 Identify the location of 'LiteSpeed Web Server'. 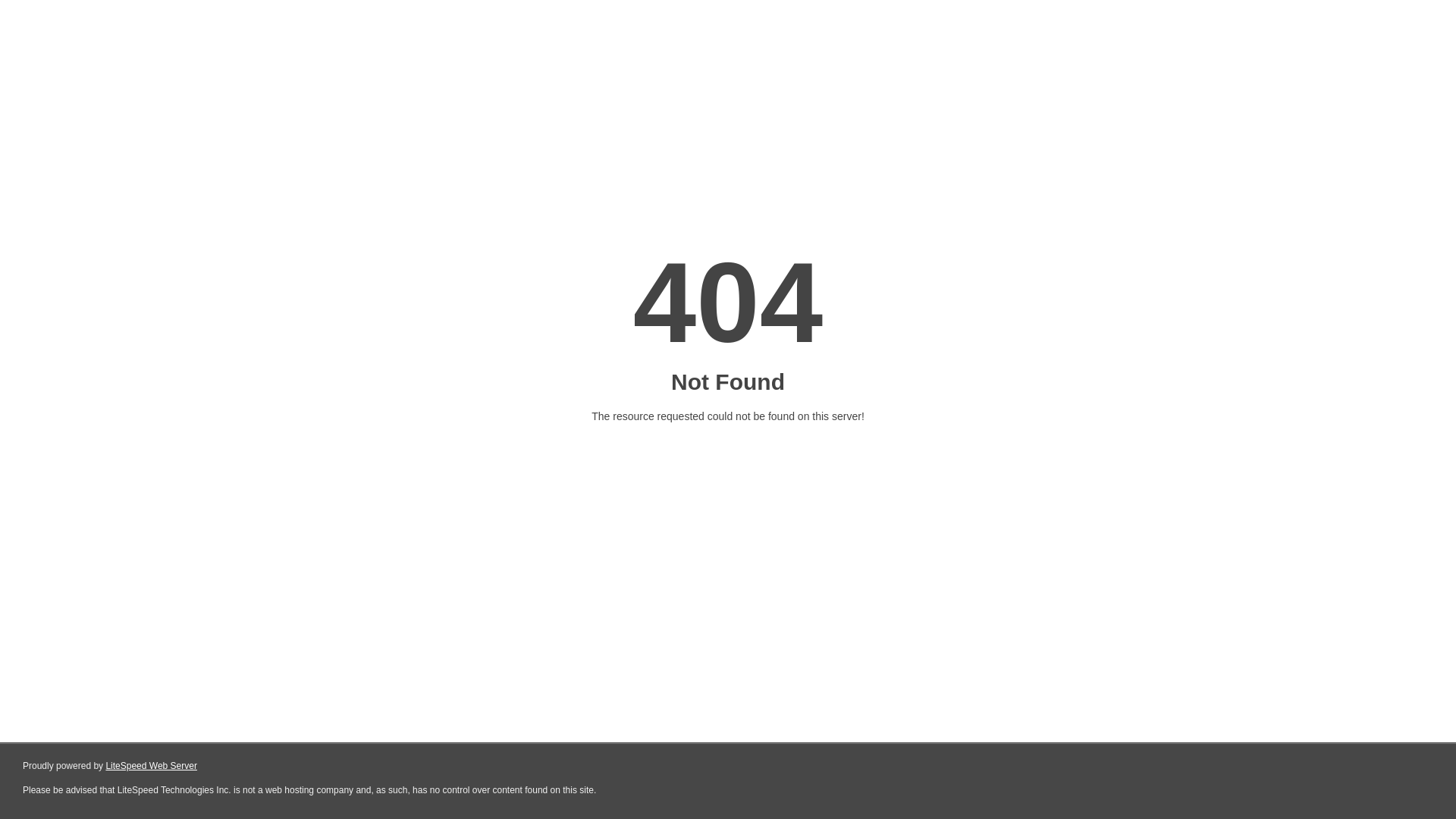
(151, 766).